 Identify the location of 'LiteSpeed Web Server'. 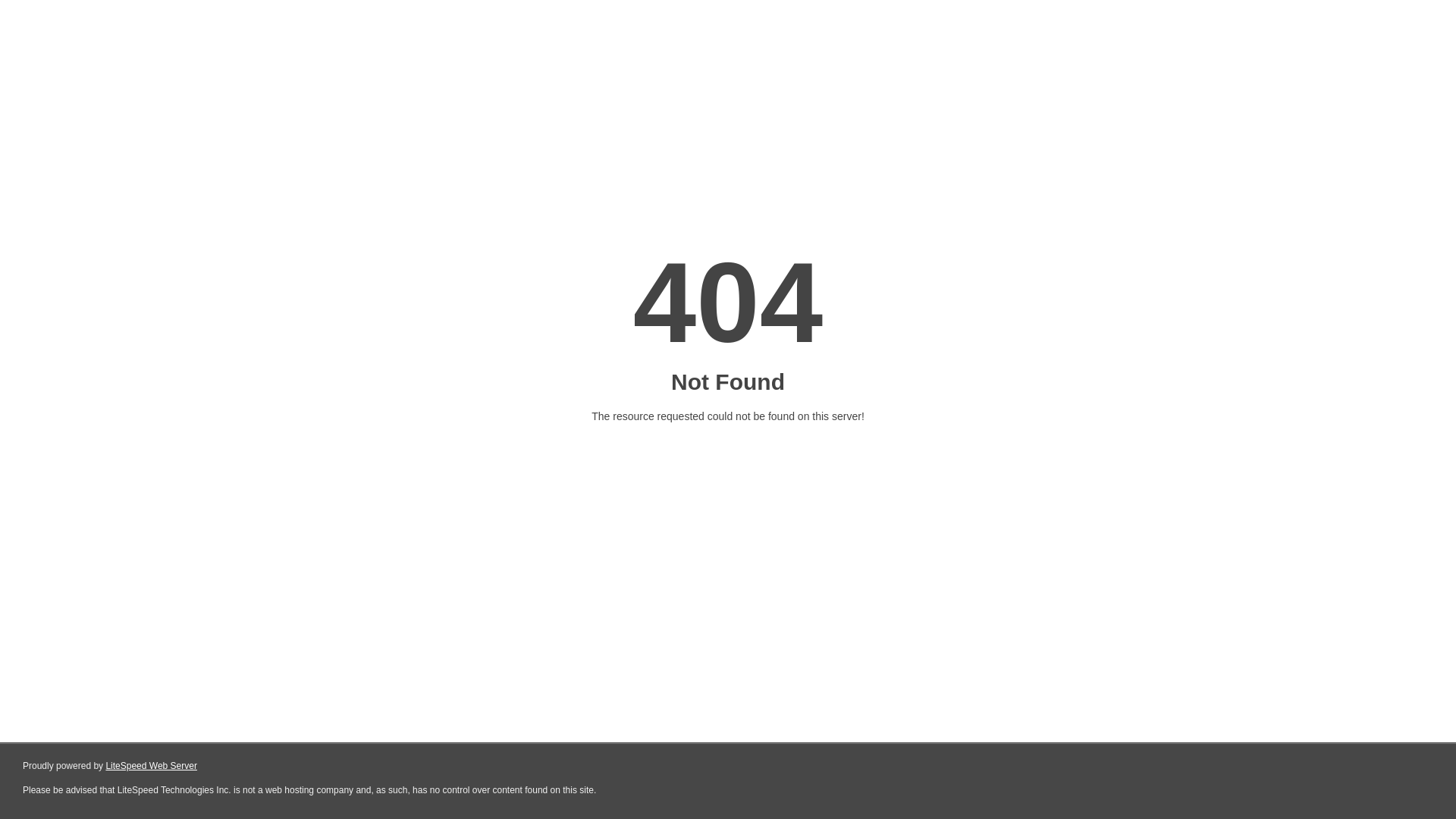
(151, 766).